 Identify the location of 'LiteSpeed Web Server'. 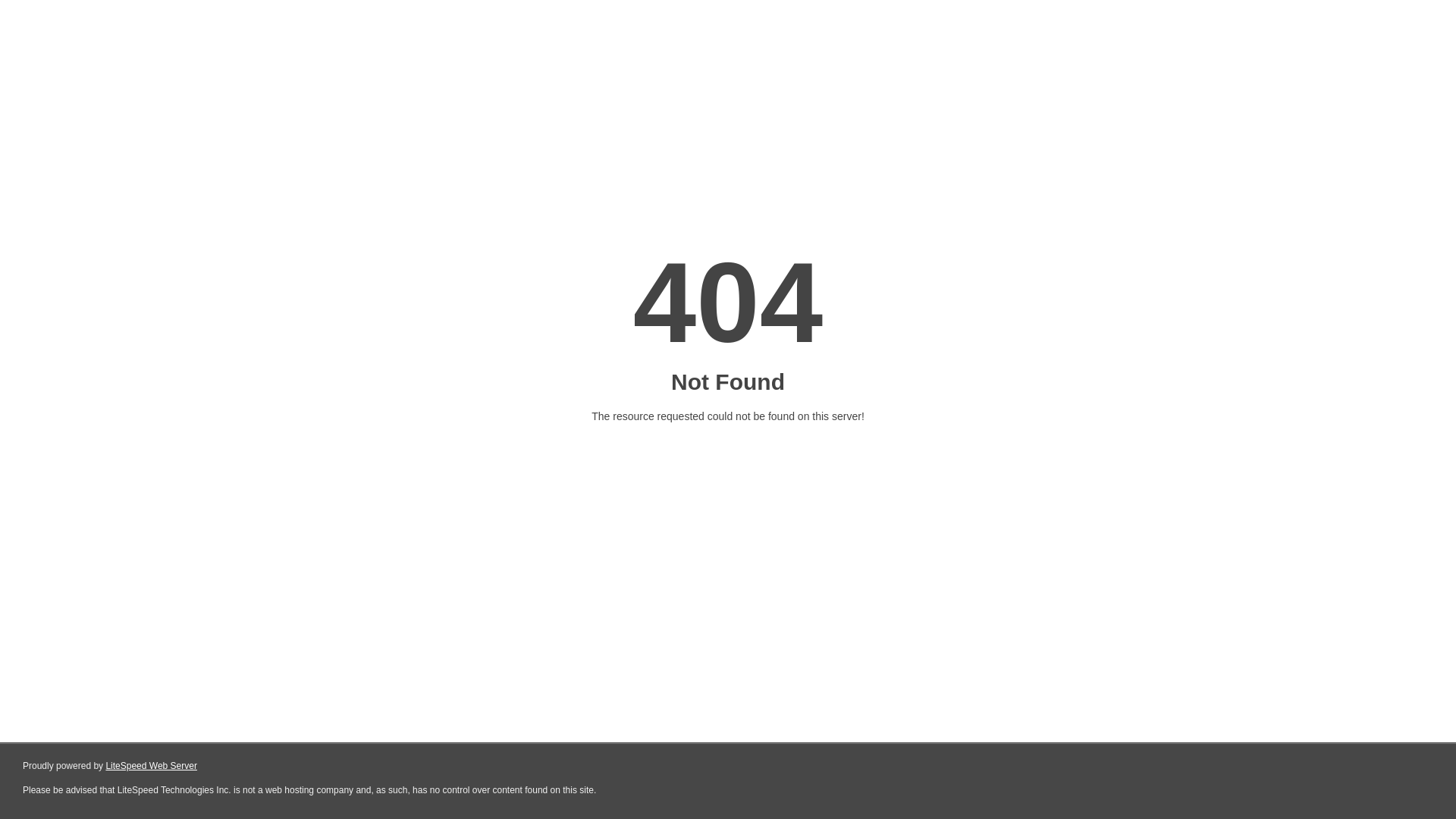
(151, 766).